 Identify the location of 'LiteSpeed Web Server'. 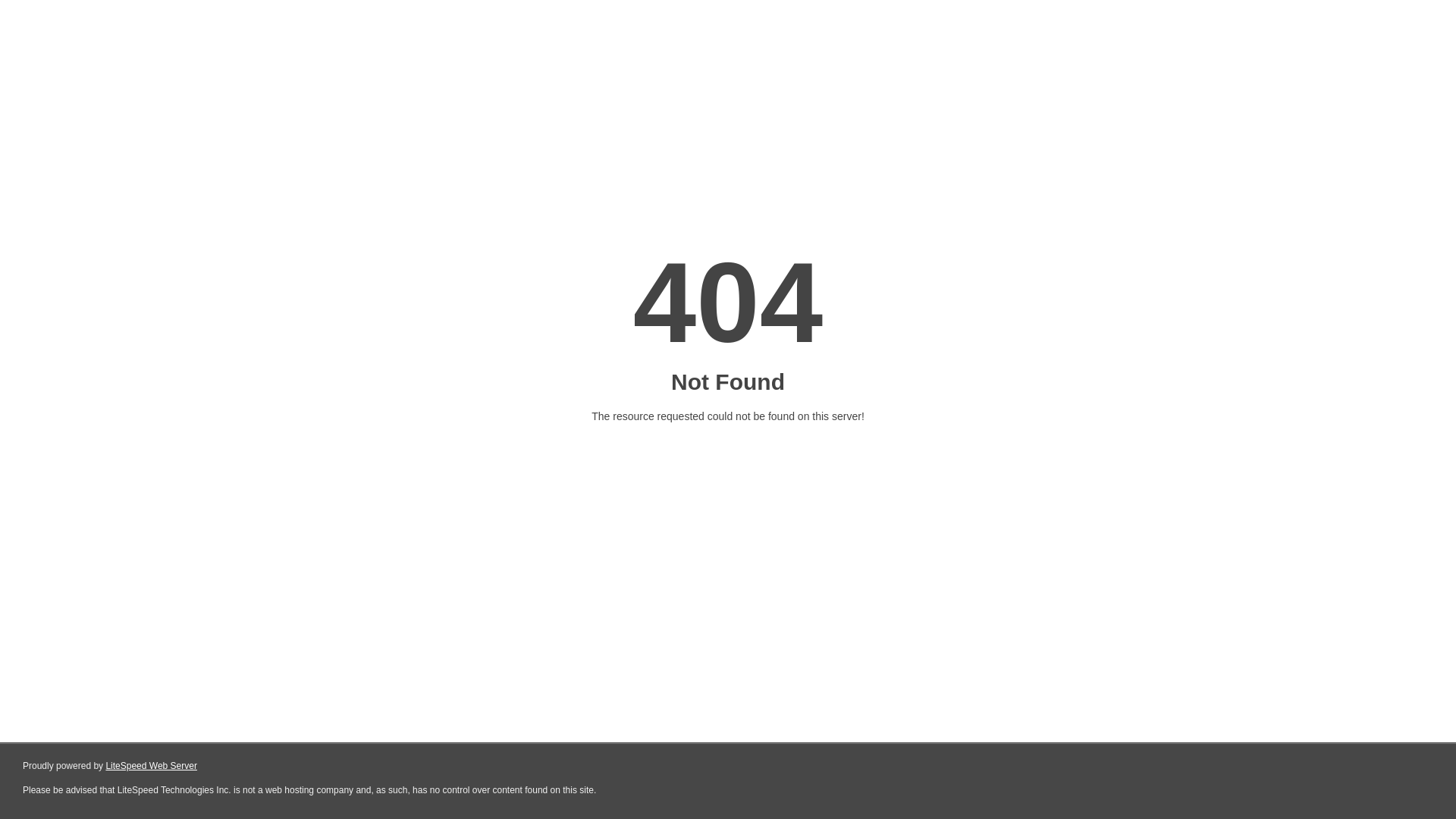
(151, 766).